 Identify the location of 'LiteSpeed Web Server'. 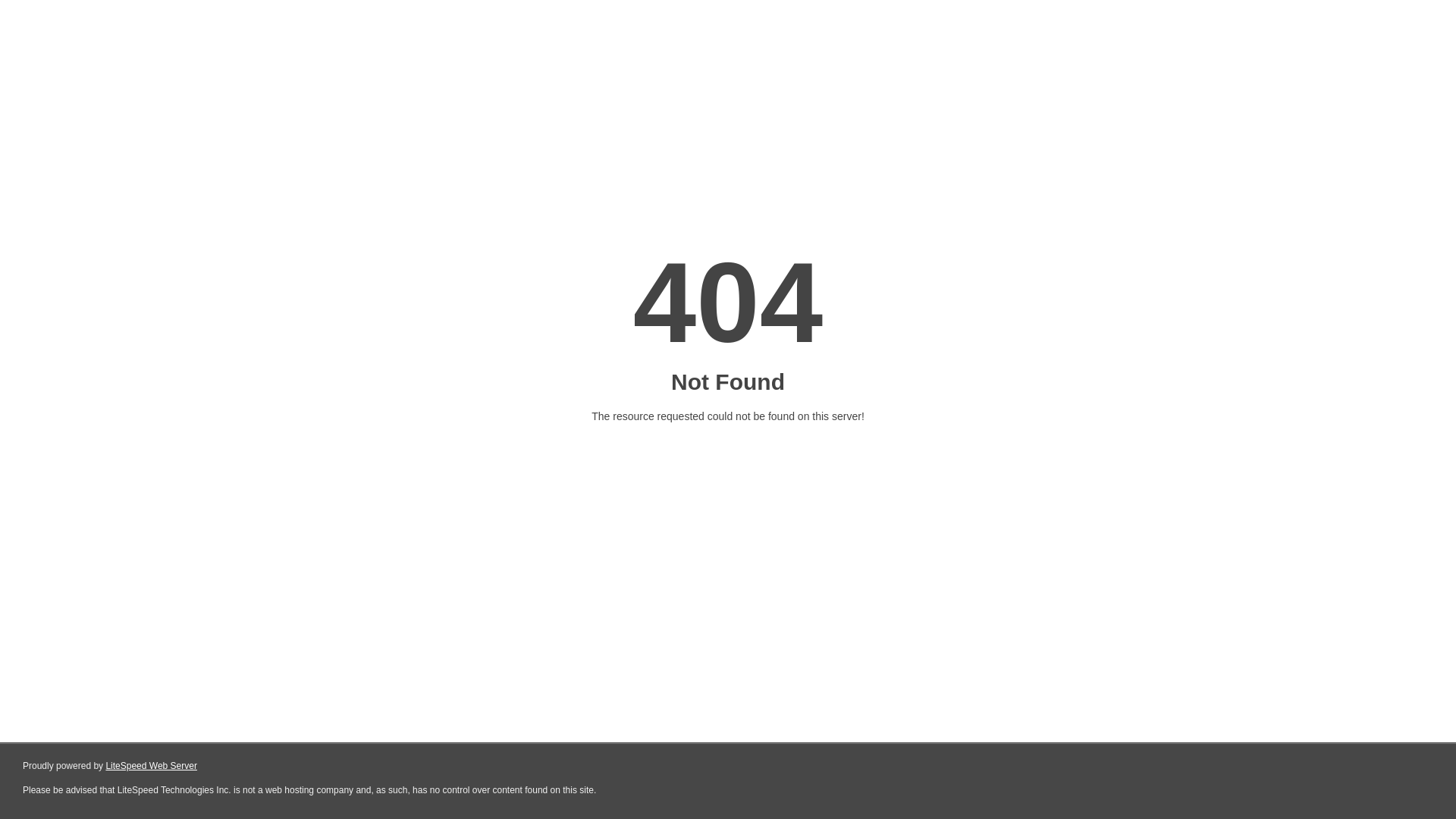
(151, 766).